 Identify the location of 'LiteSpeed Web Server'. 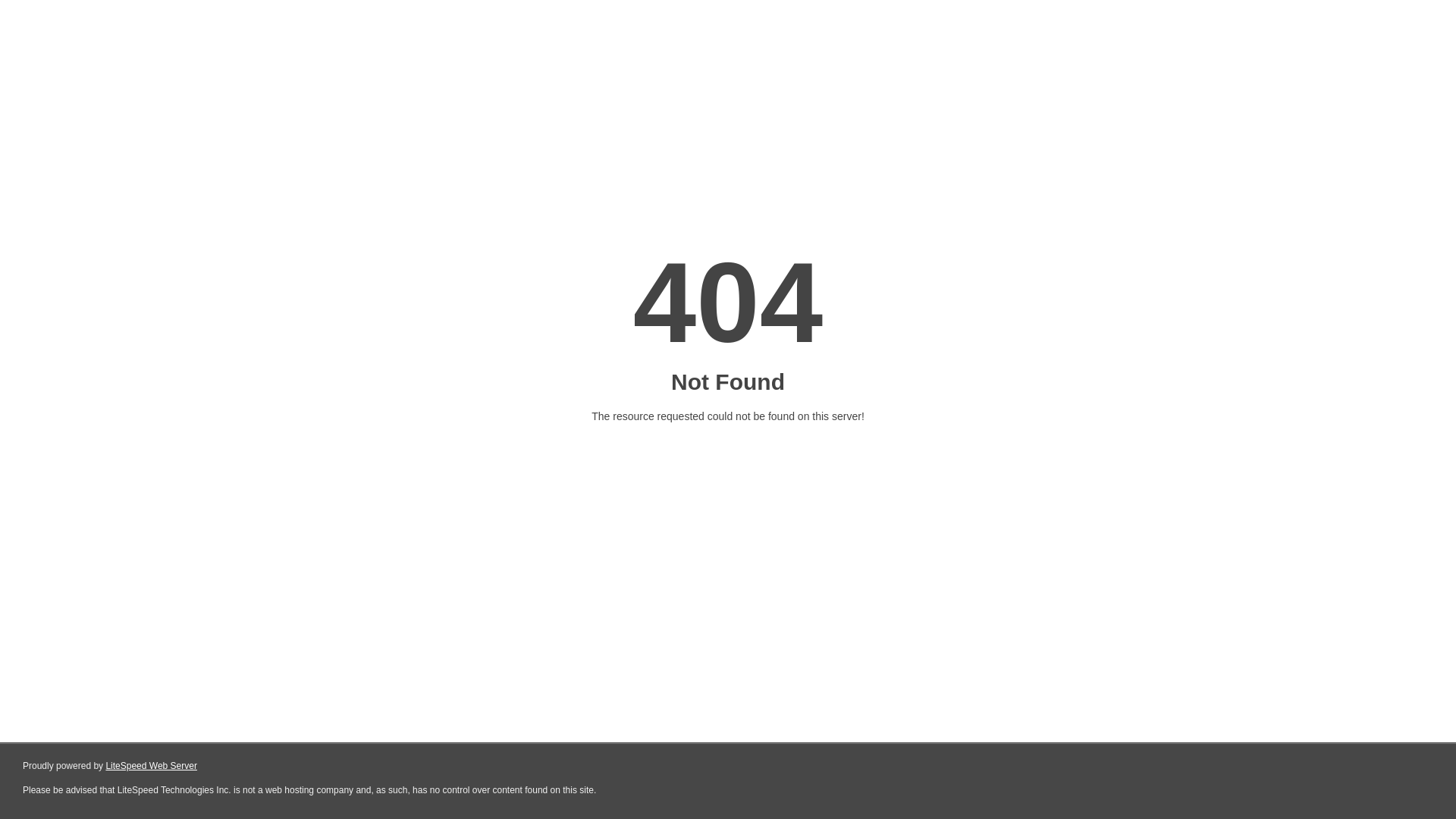
(151, 766).